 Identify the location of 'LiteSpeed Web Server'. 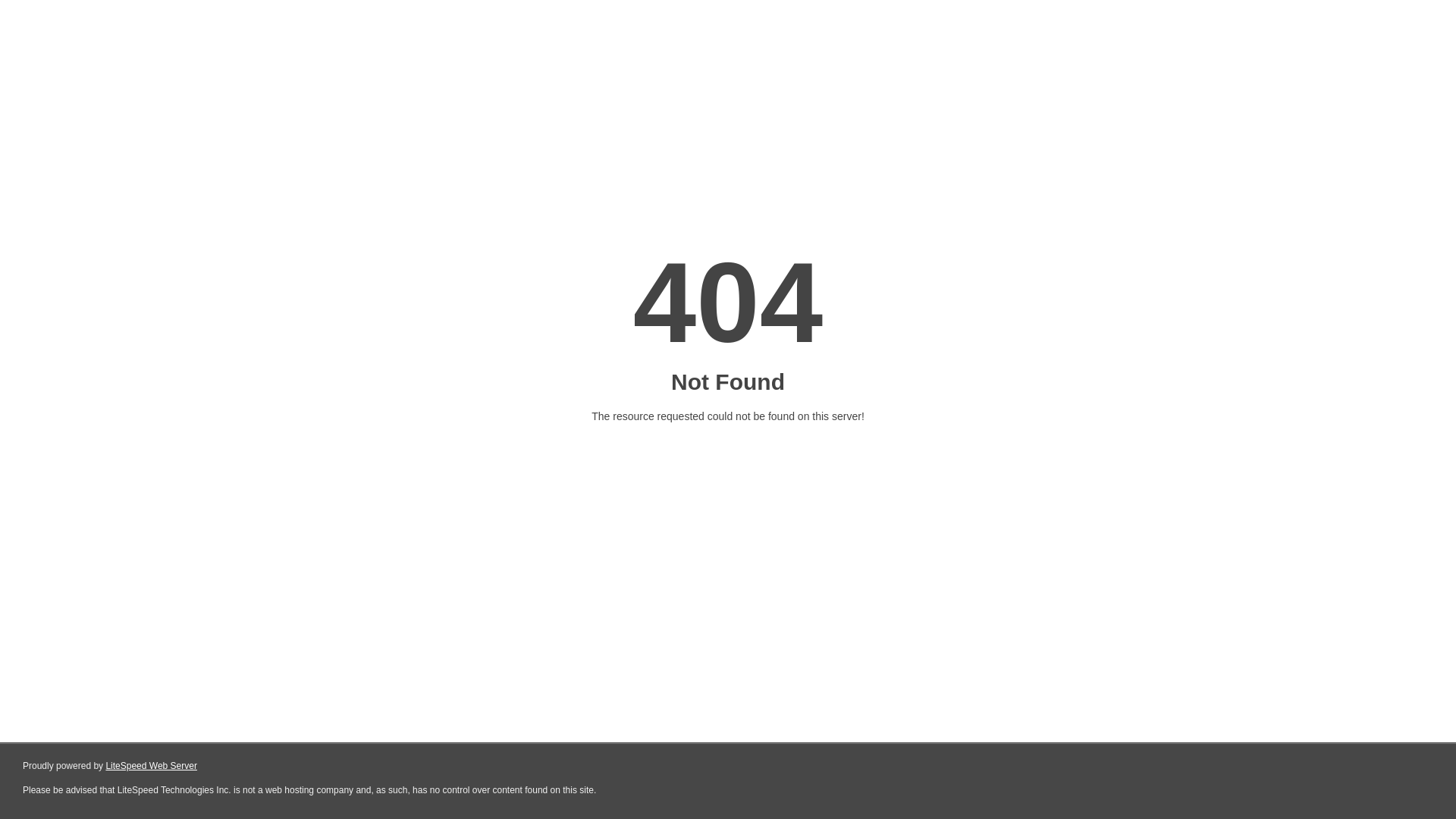
(151, 766).